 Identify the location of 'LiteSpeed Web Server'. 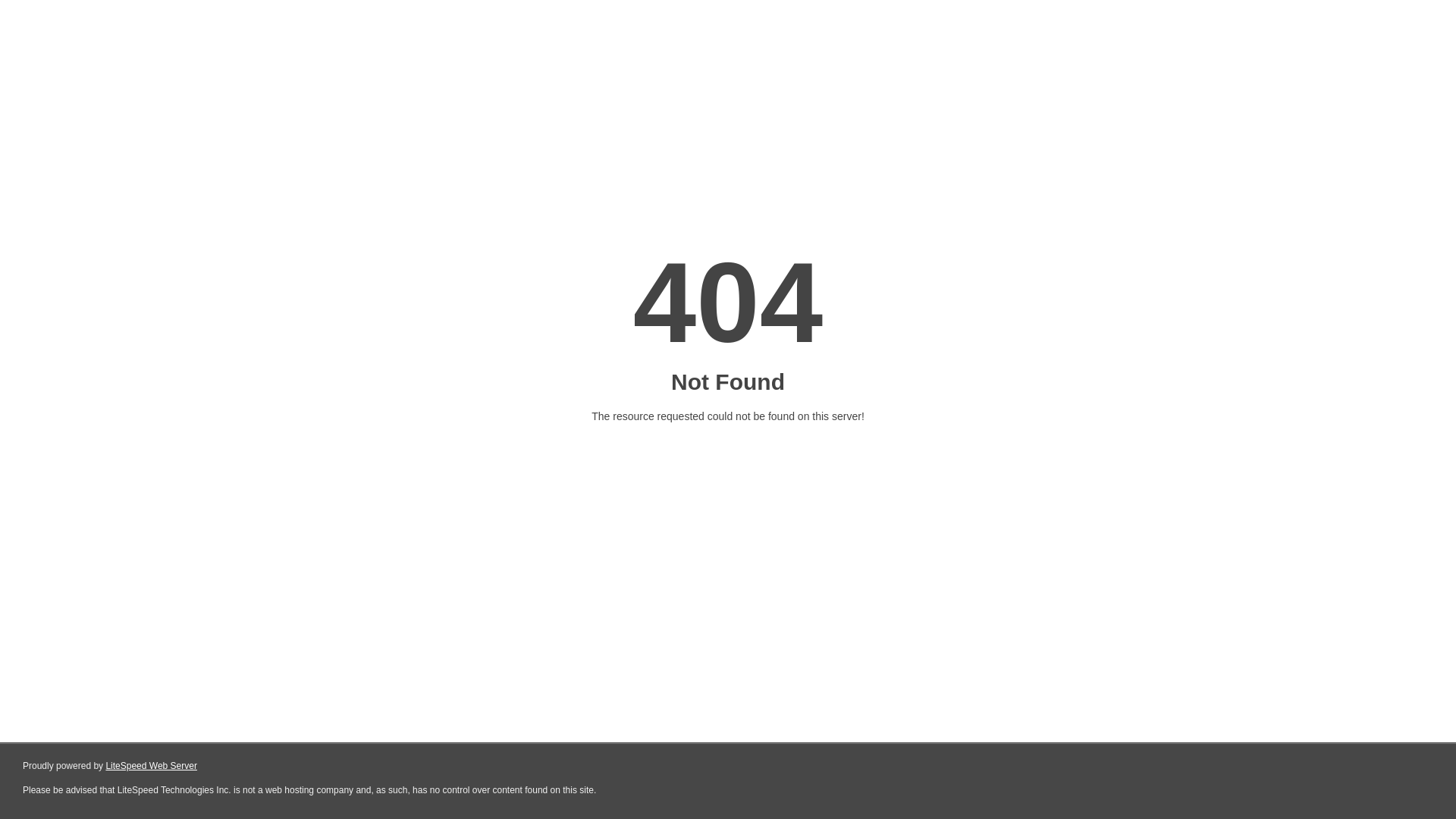
(151, 766).